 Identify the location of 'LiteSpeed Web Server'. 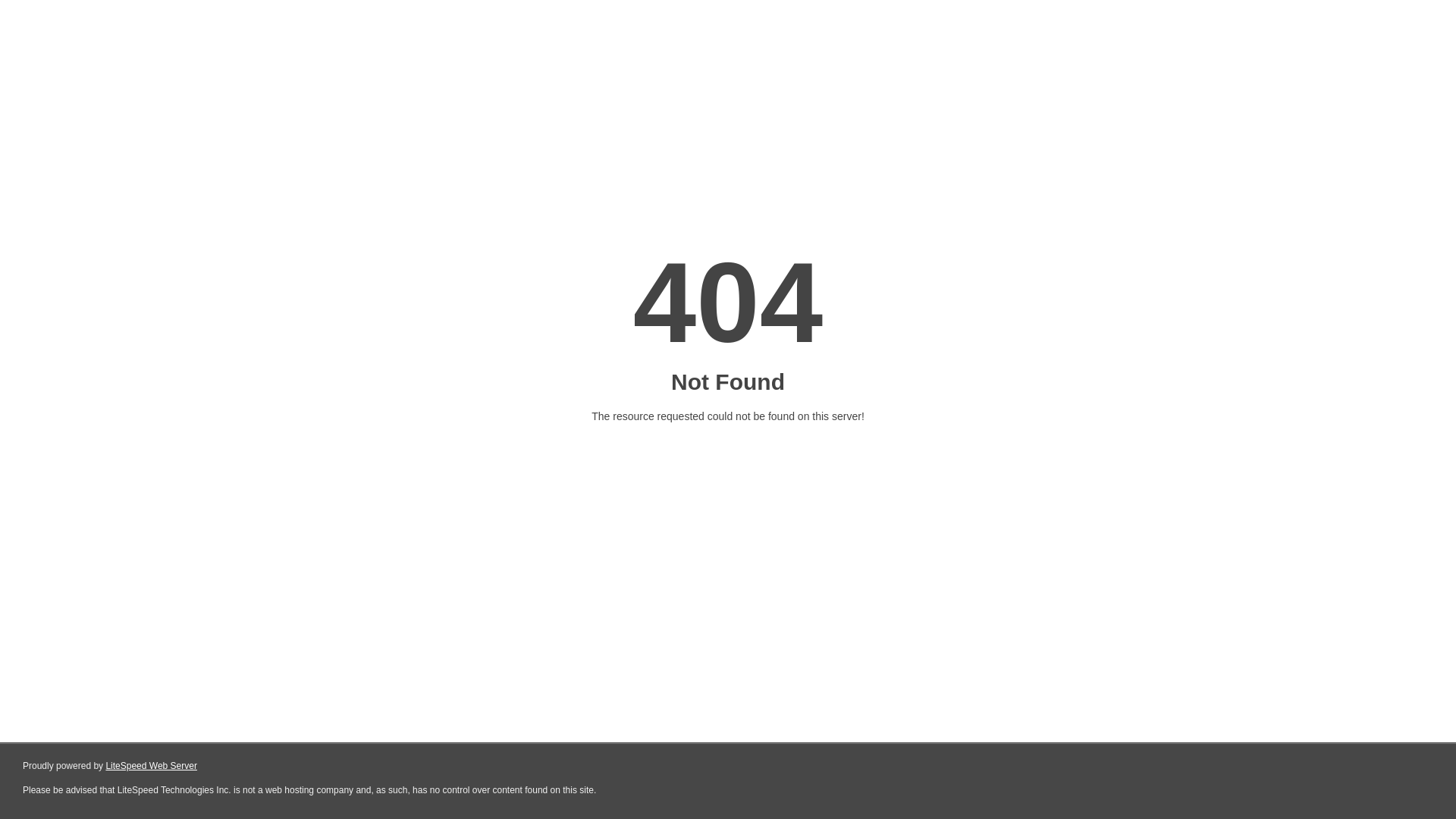
(151, 766).